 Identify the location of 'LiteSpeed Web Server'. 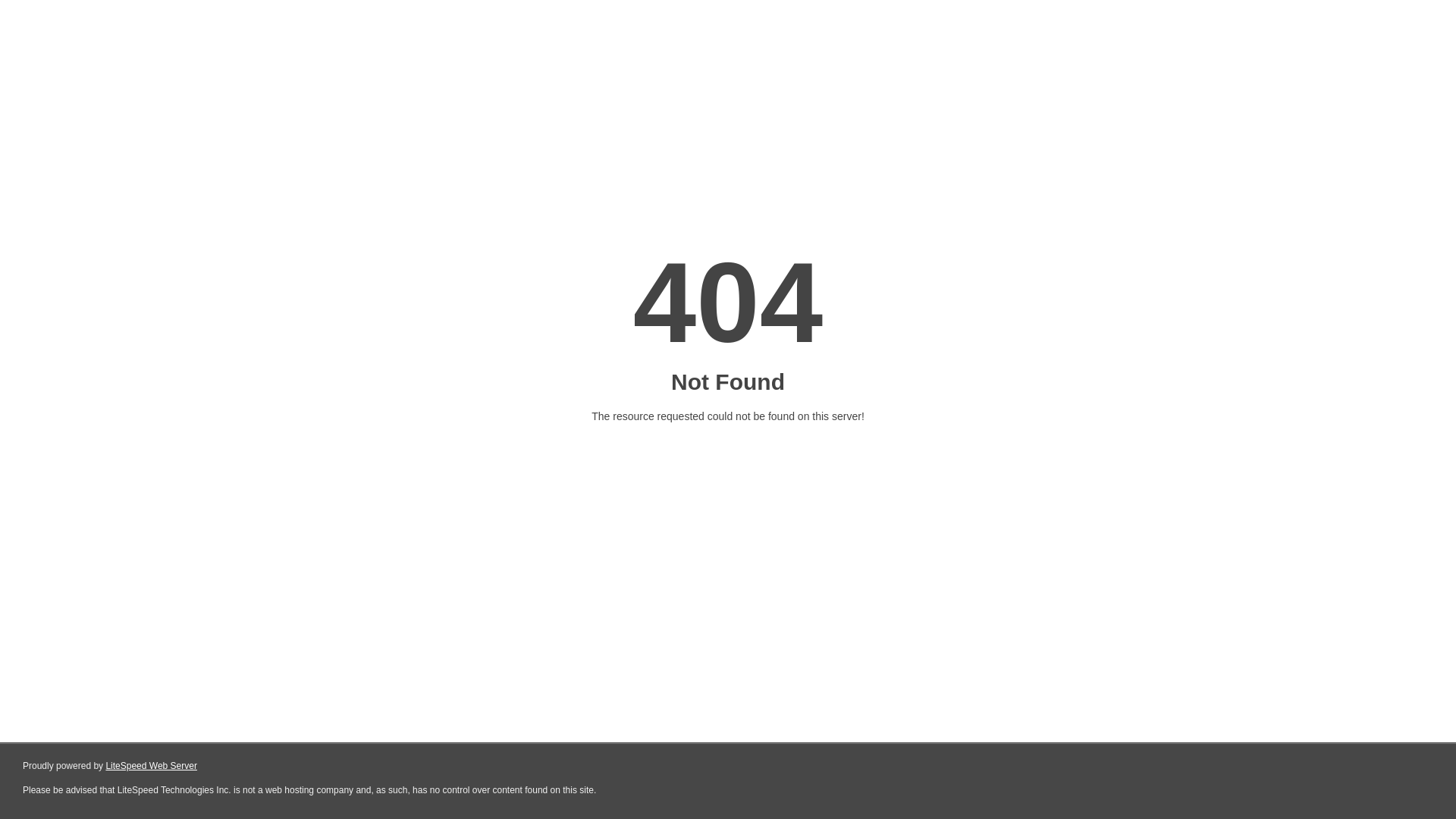
(151, 766).